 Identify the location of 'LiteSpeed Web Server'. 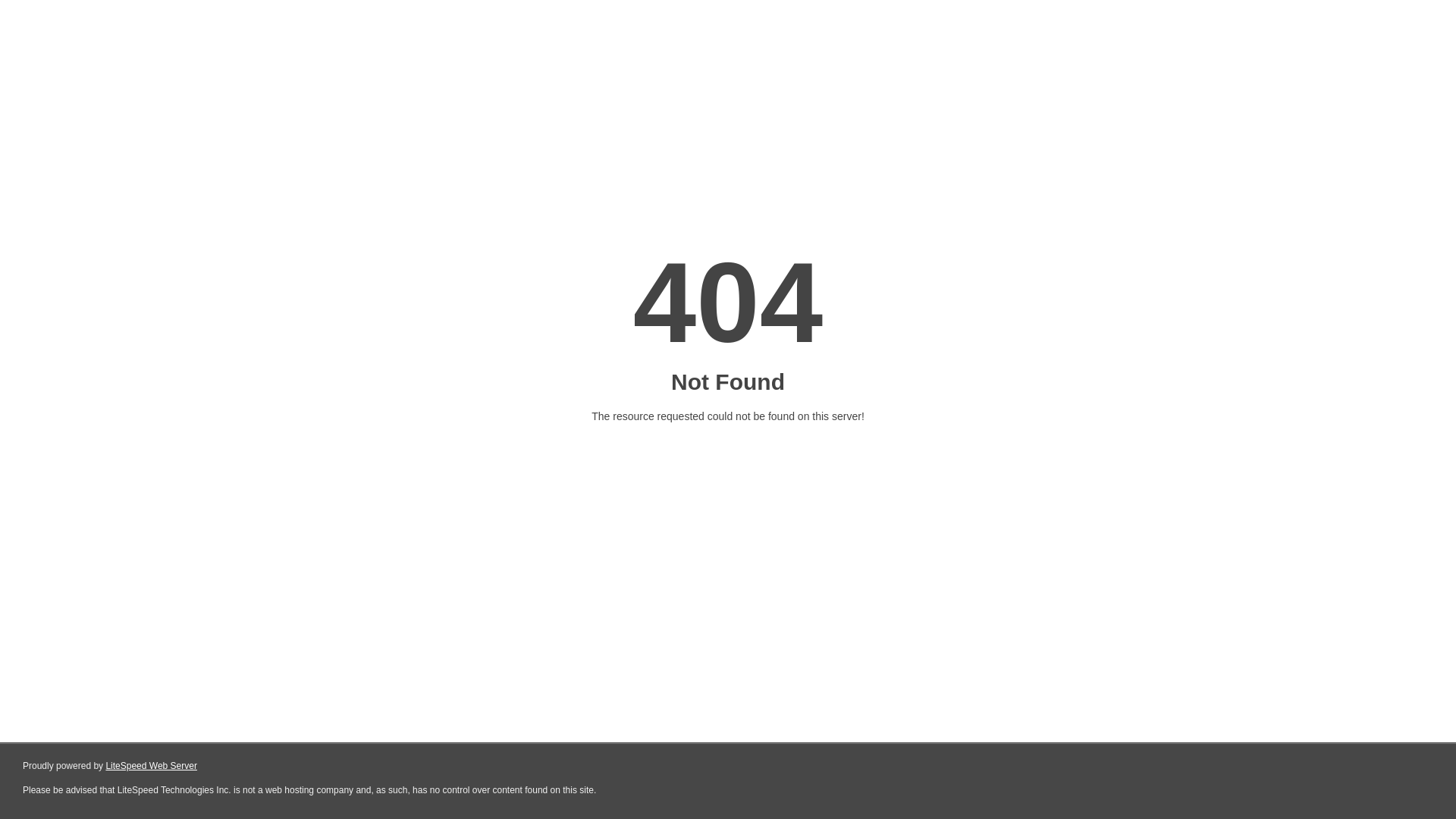
(151, 766).